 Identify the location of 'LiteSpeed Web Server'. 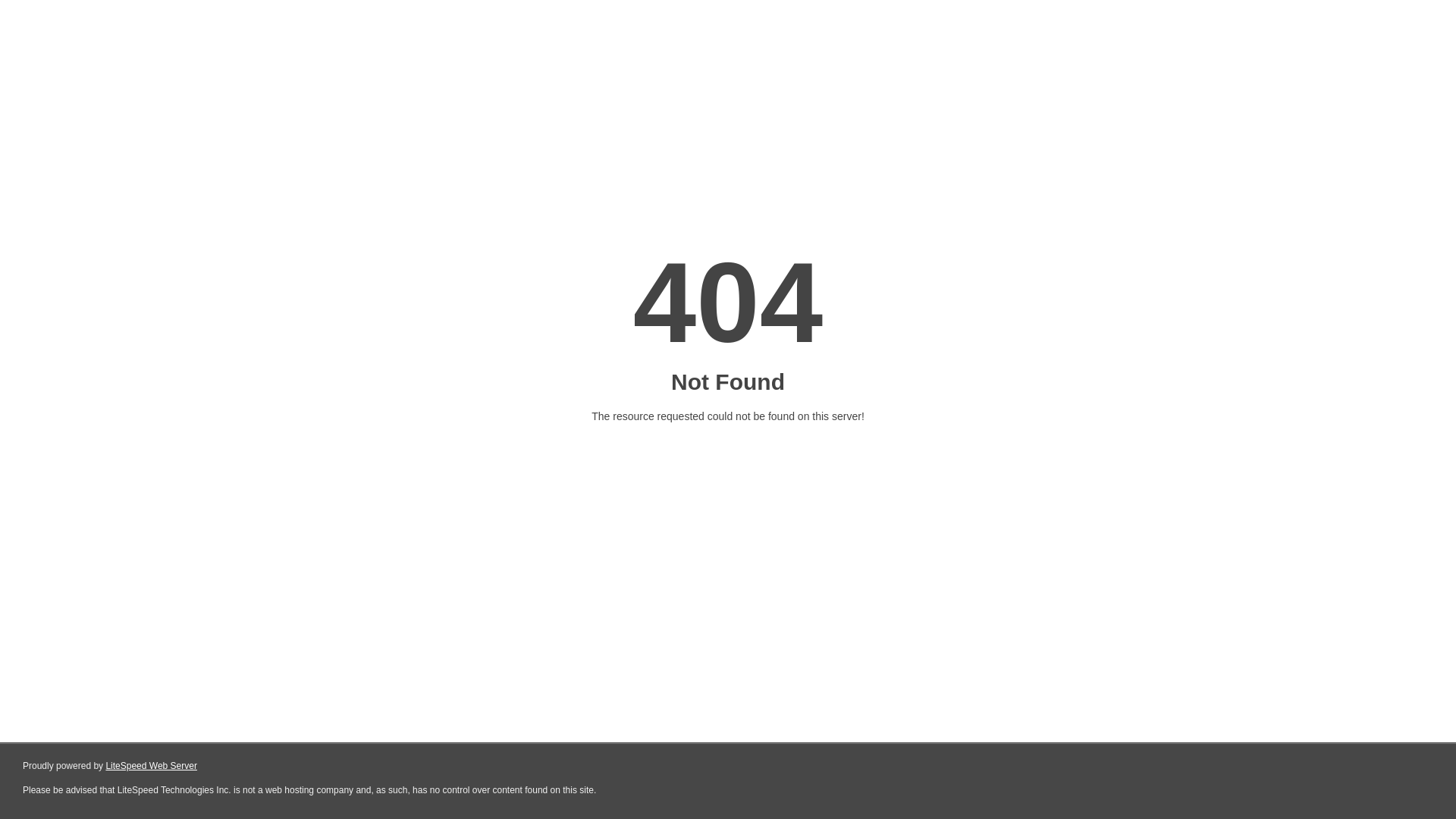
(151, 766).